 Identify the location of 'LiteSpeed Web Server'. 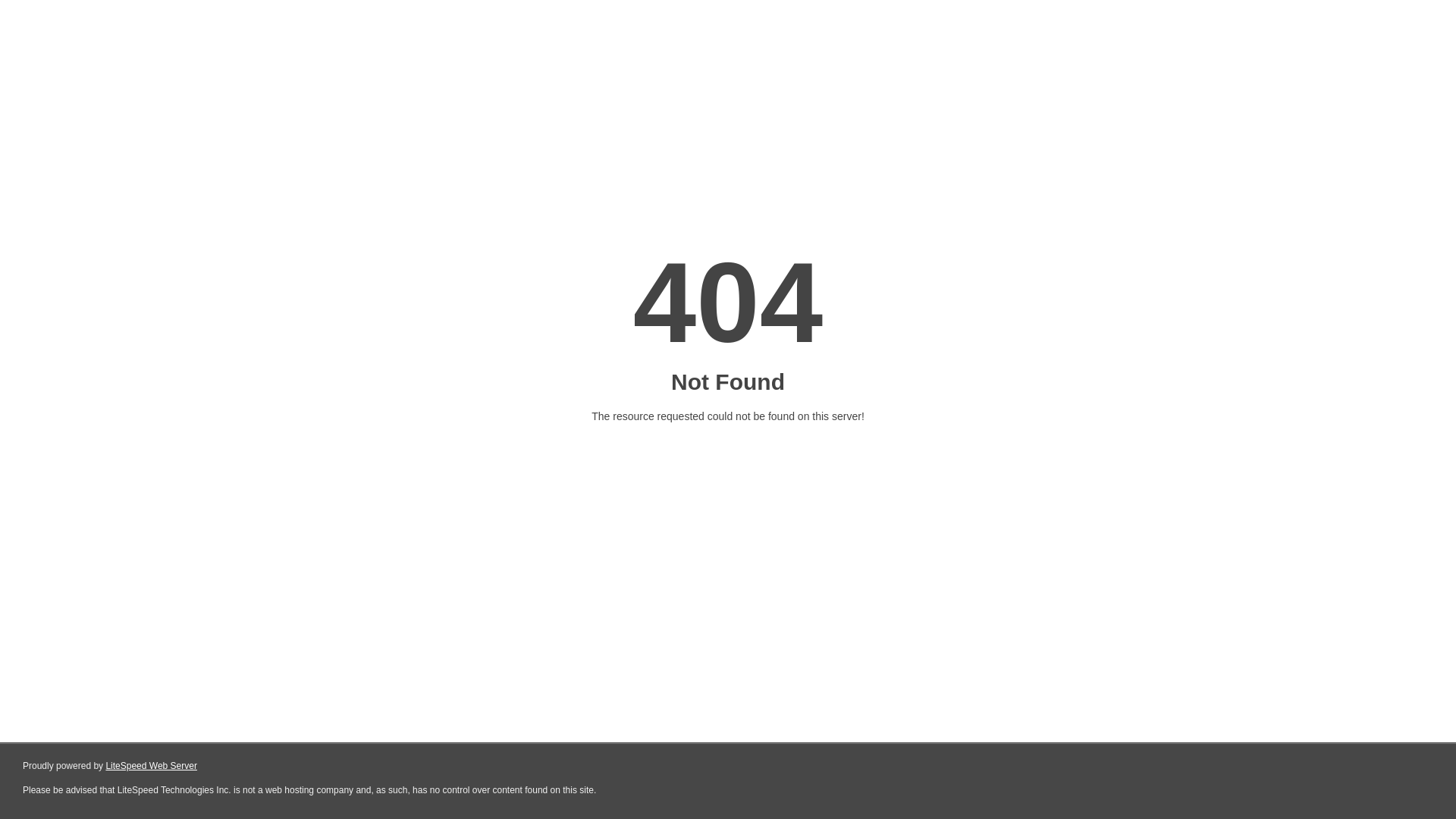
(151, 766).